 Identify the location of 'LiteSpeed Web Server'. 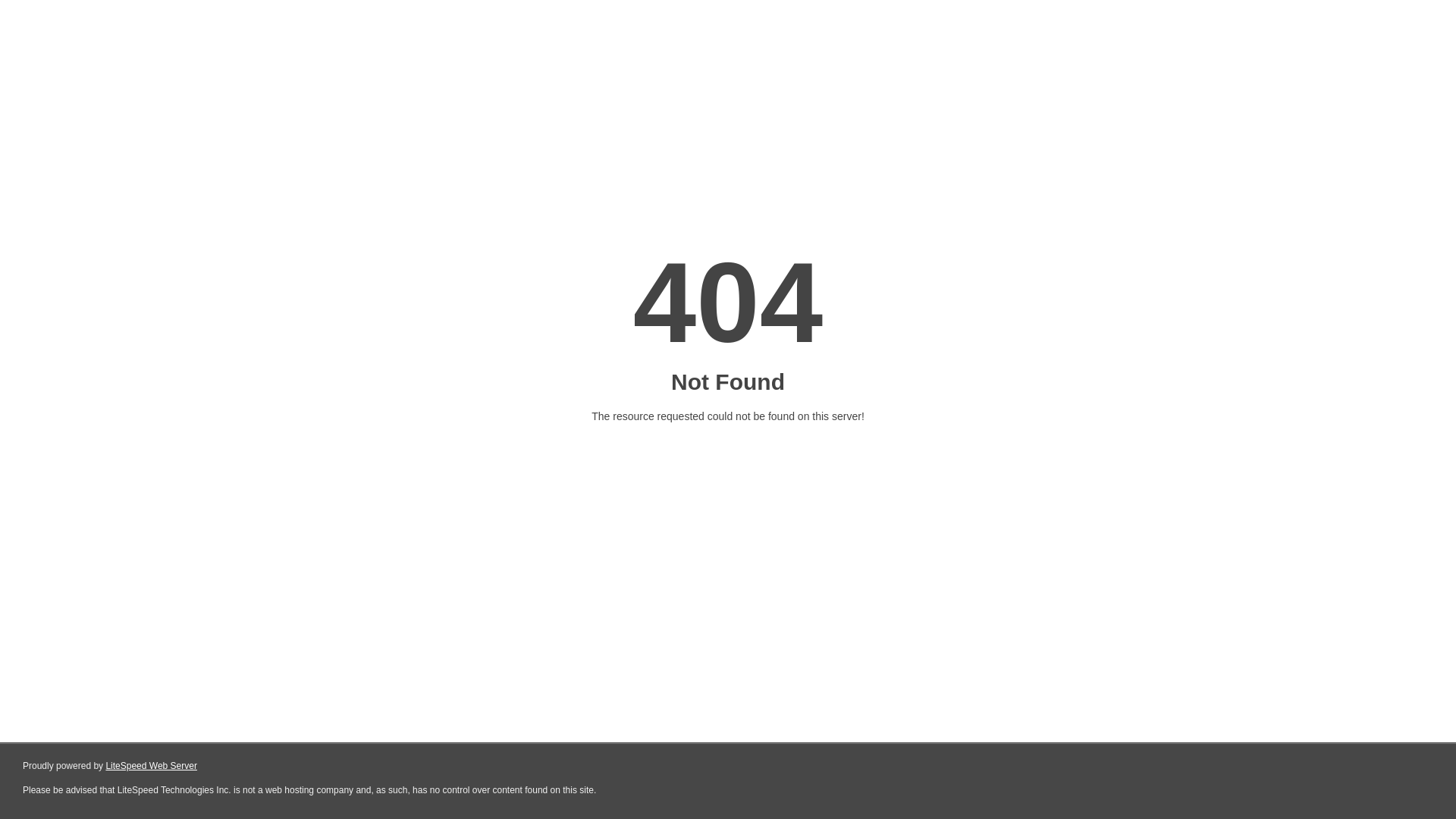
(151, 766).